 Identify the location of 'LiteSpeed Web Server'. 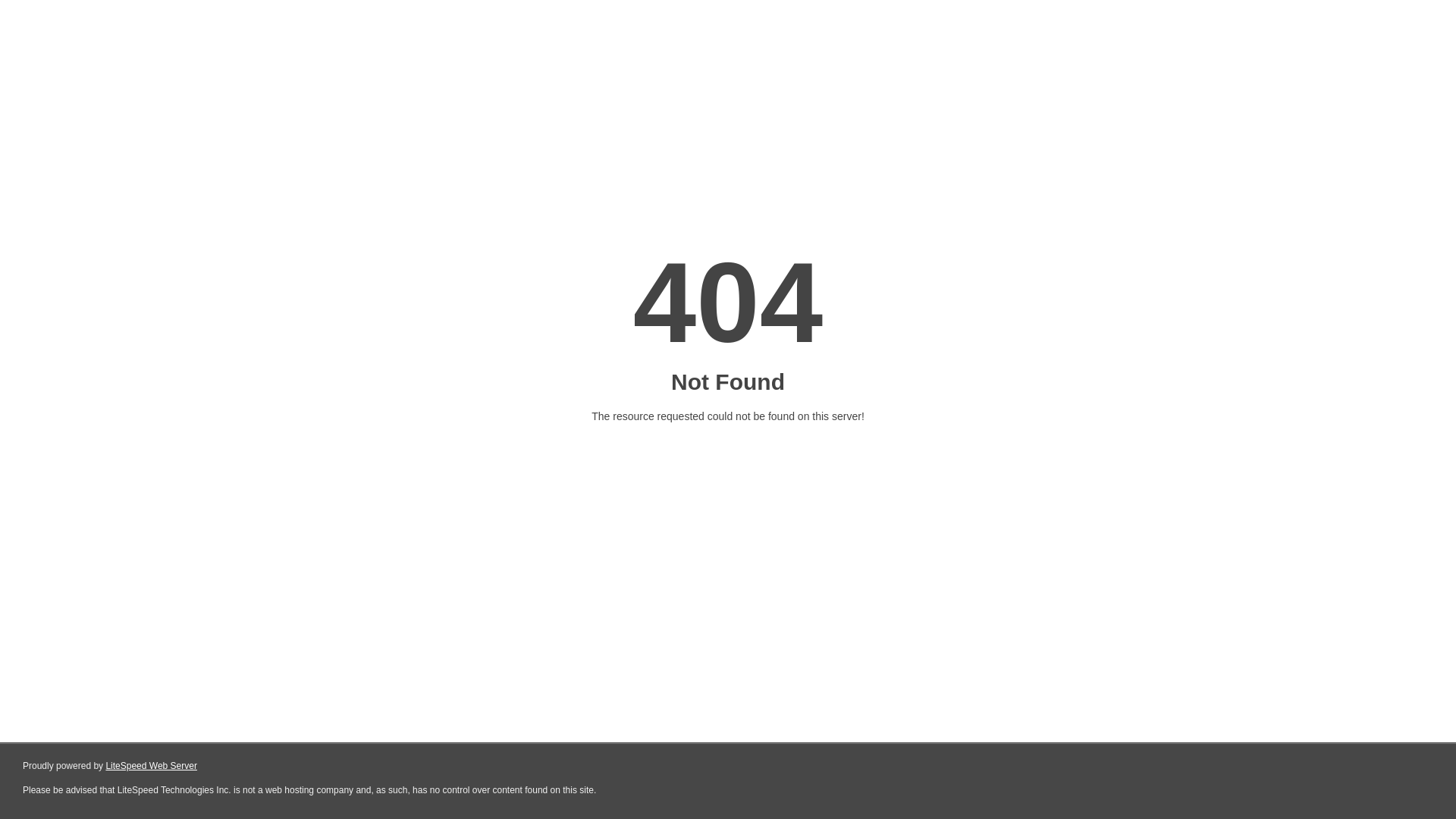
(151, 766).